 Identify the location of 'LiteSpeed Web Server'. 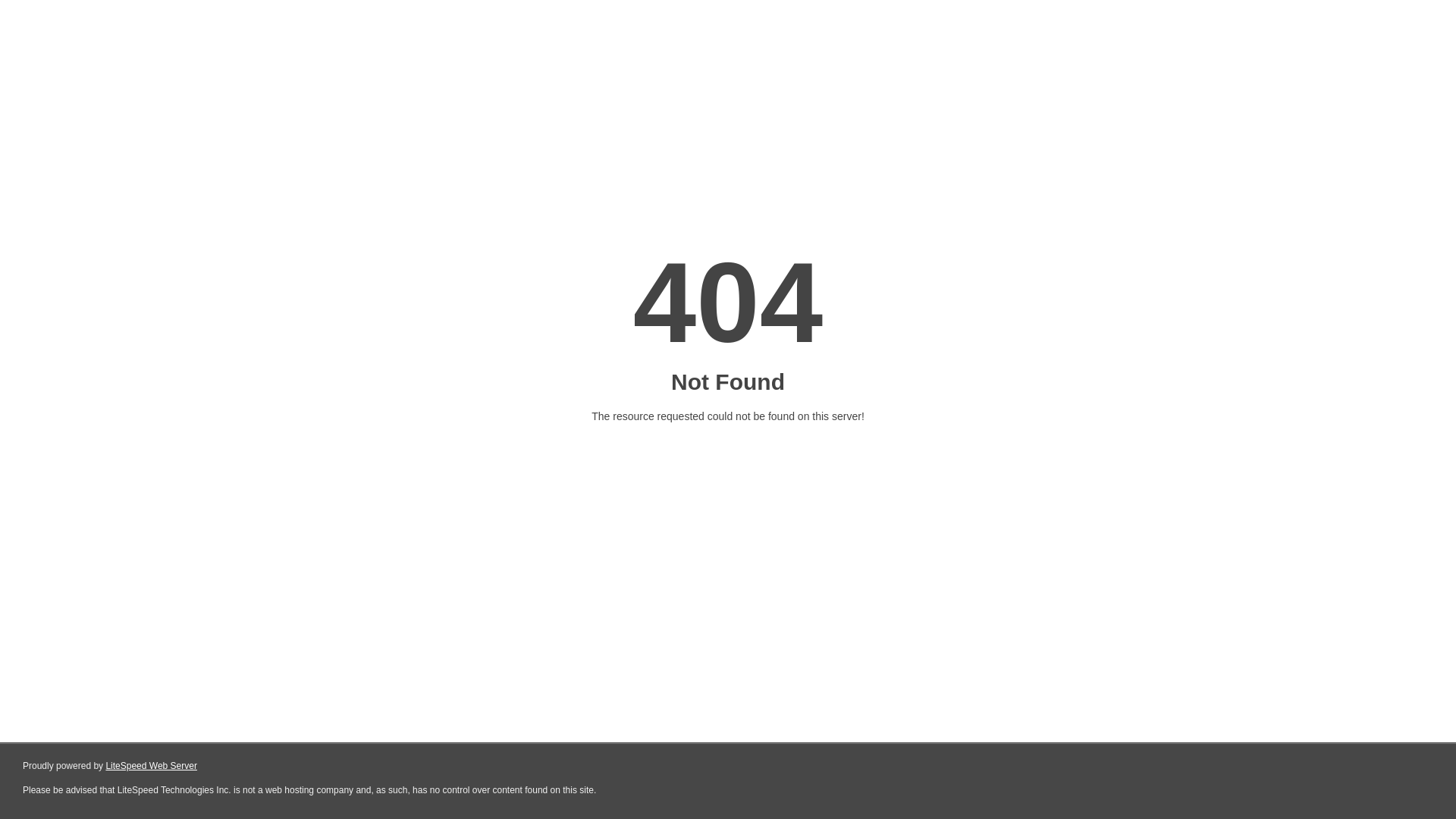
(151, 766).